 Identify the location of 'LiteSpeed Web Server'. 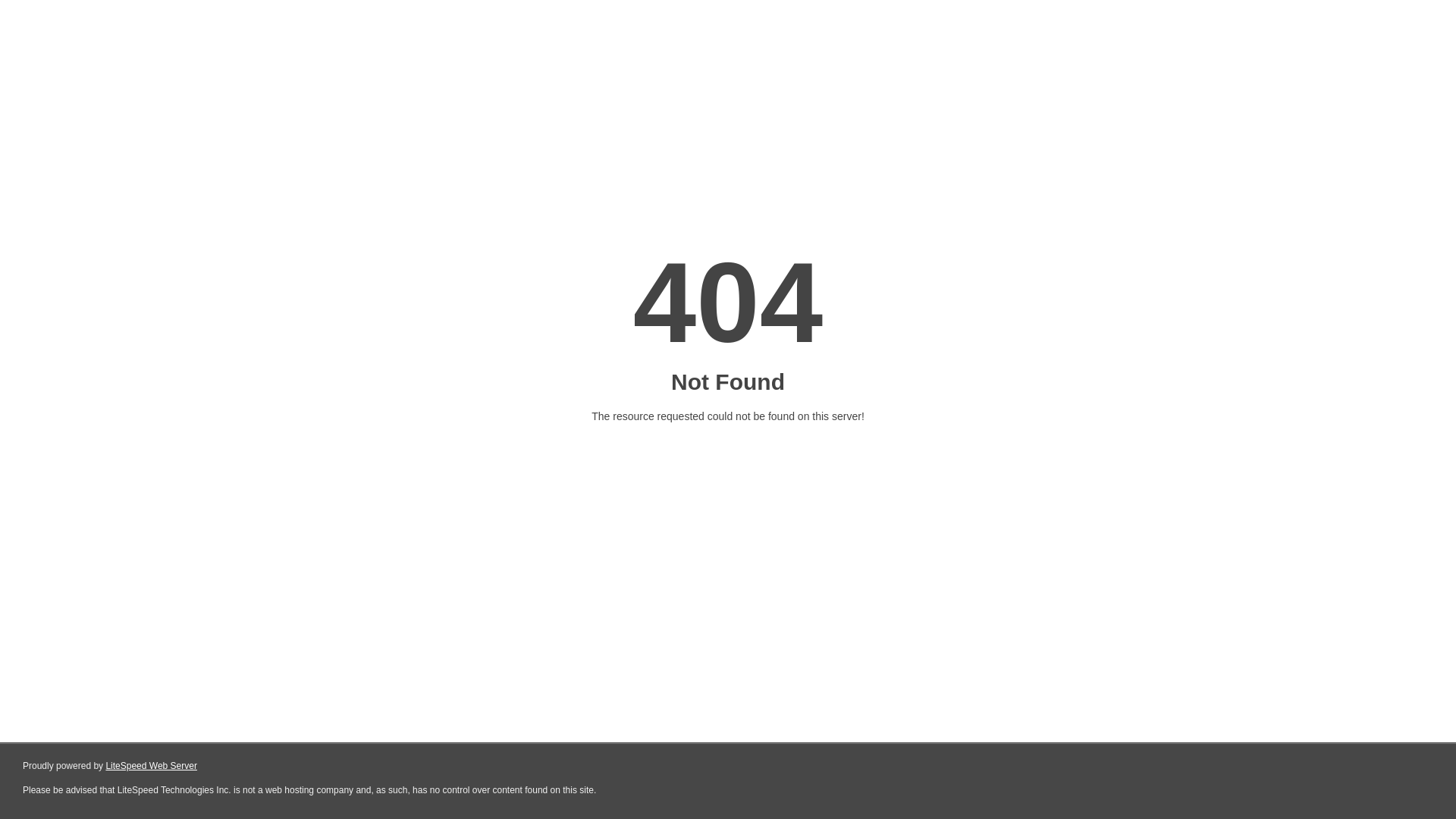
(151, 766).